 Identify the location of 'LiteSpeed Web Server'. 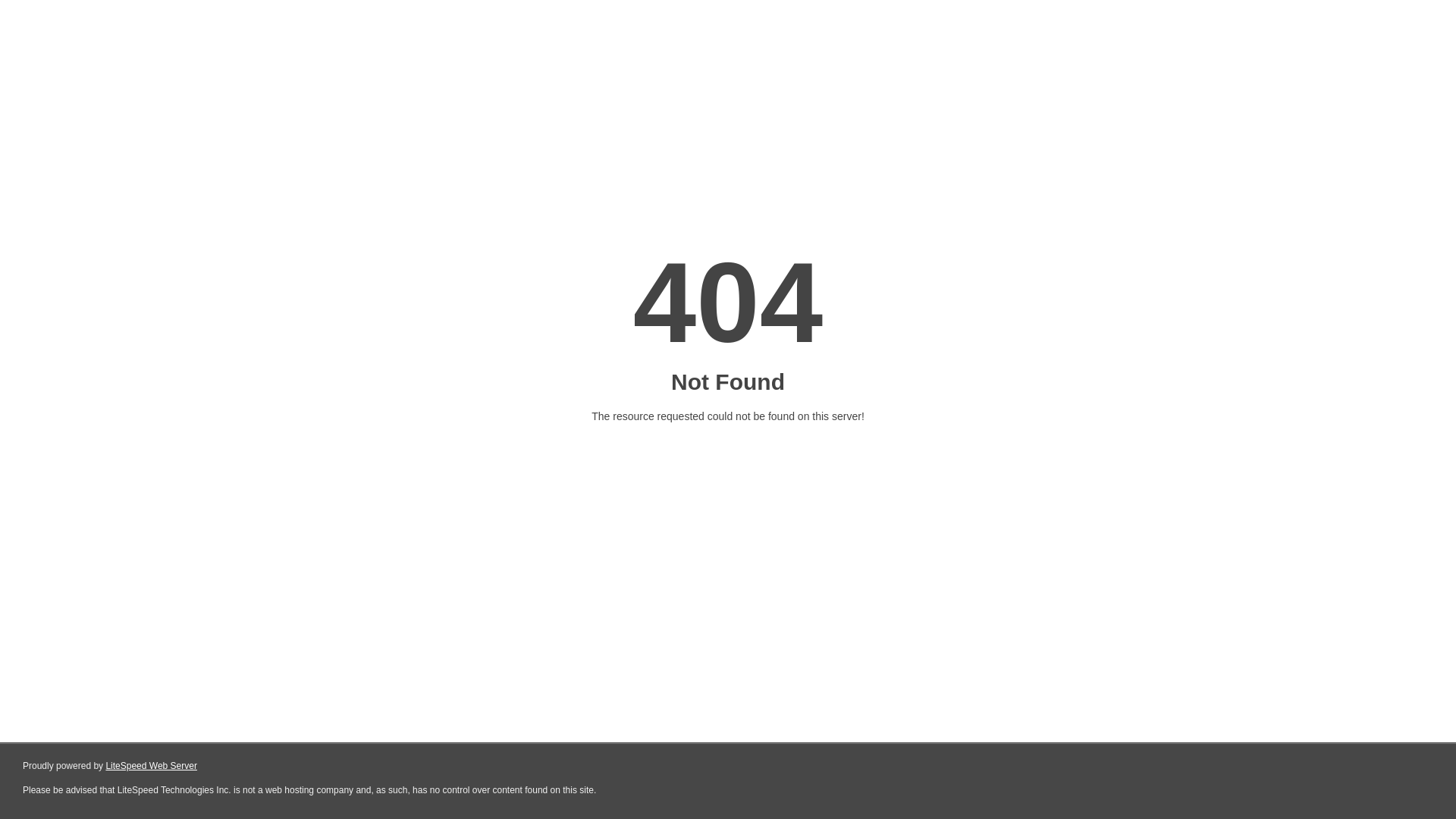
(151, 766).